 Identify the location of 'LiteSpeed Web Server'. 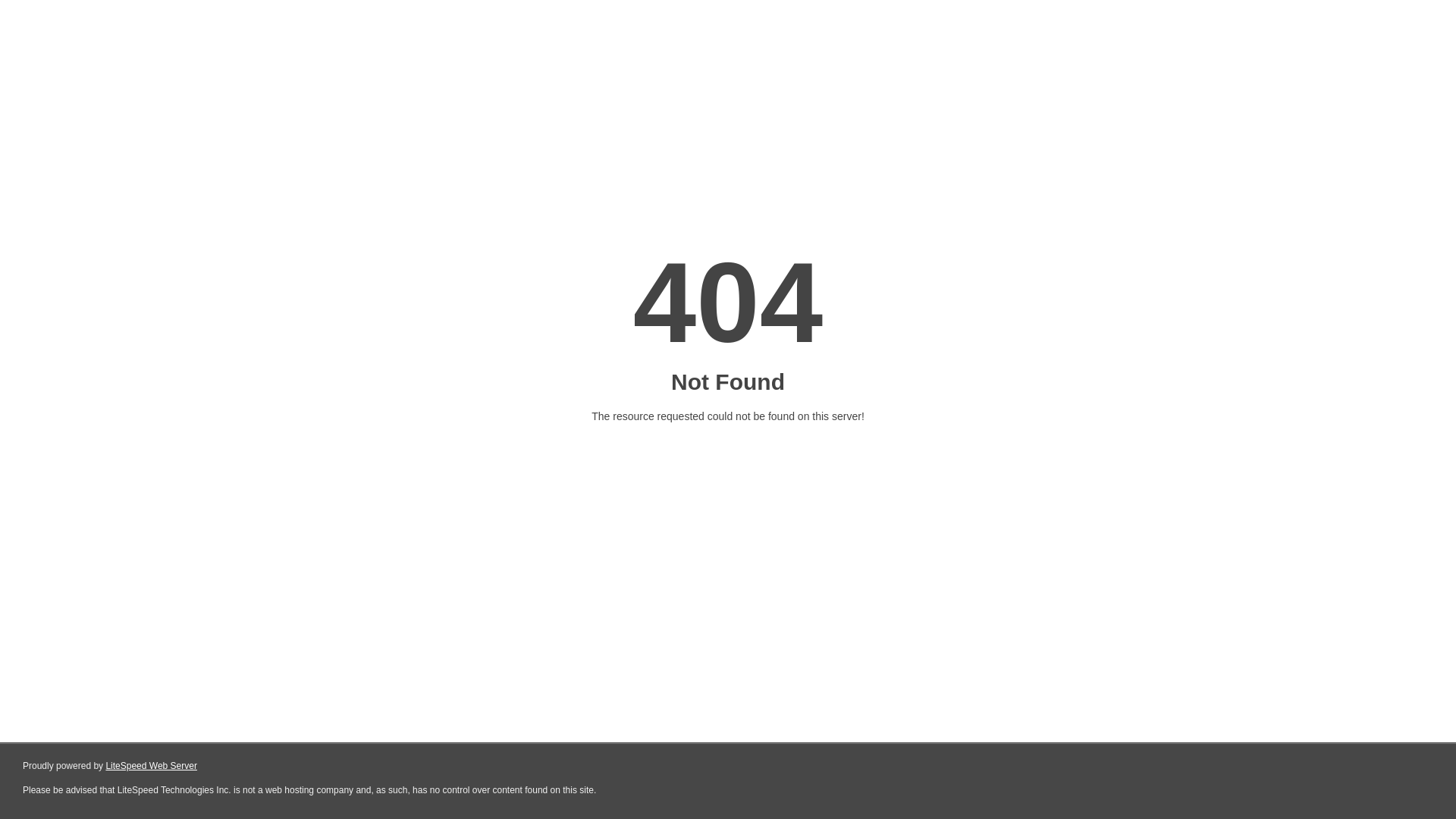
(151, 766).